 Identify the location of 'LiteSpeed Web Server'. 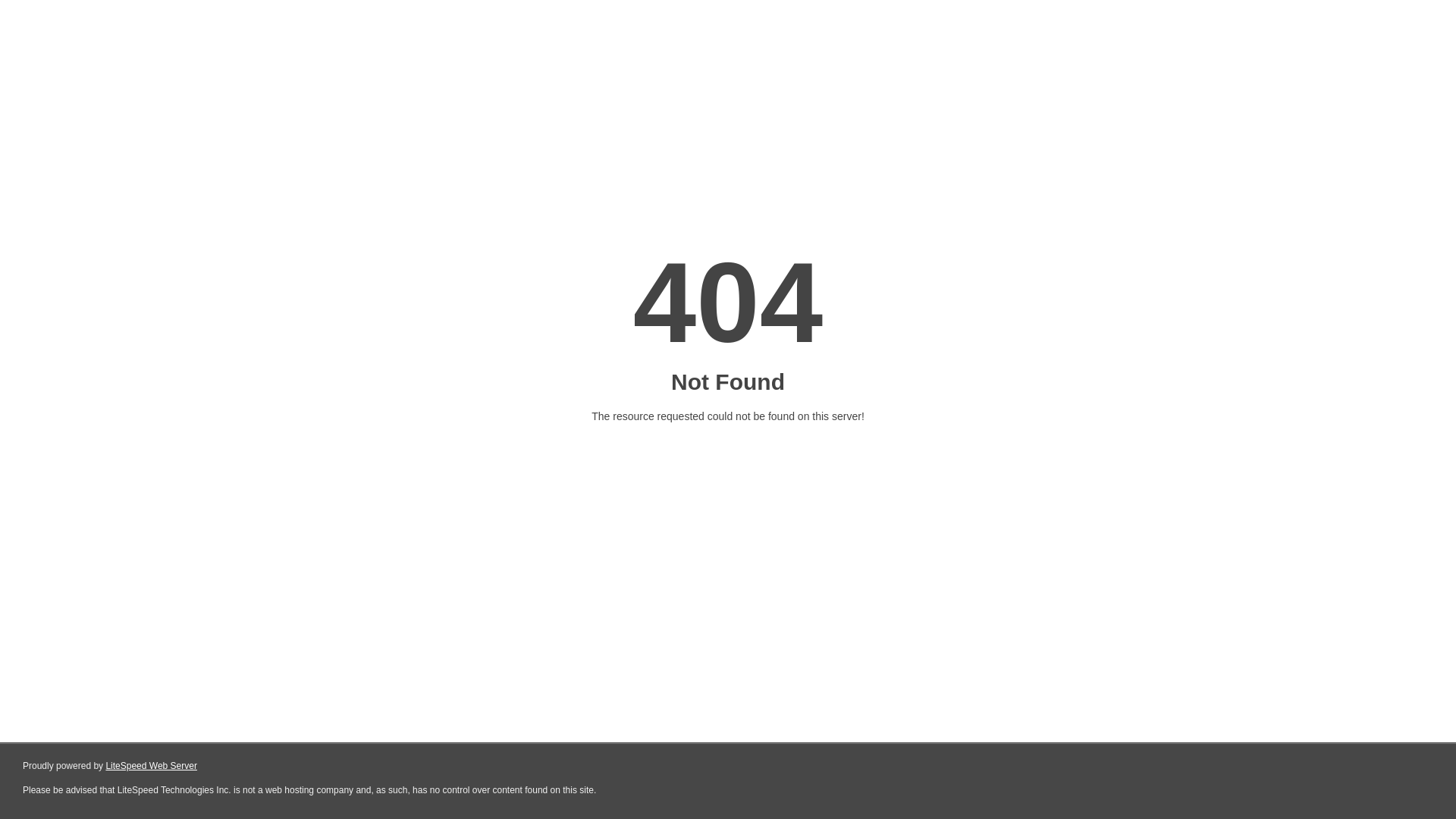
(151, 766).